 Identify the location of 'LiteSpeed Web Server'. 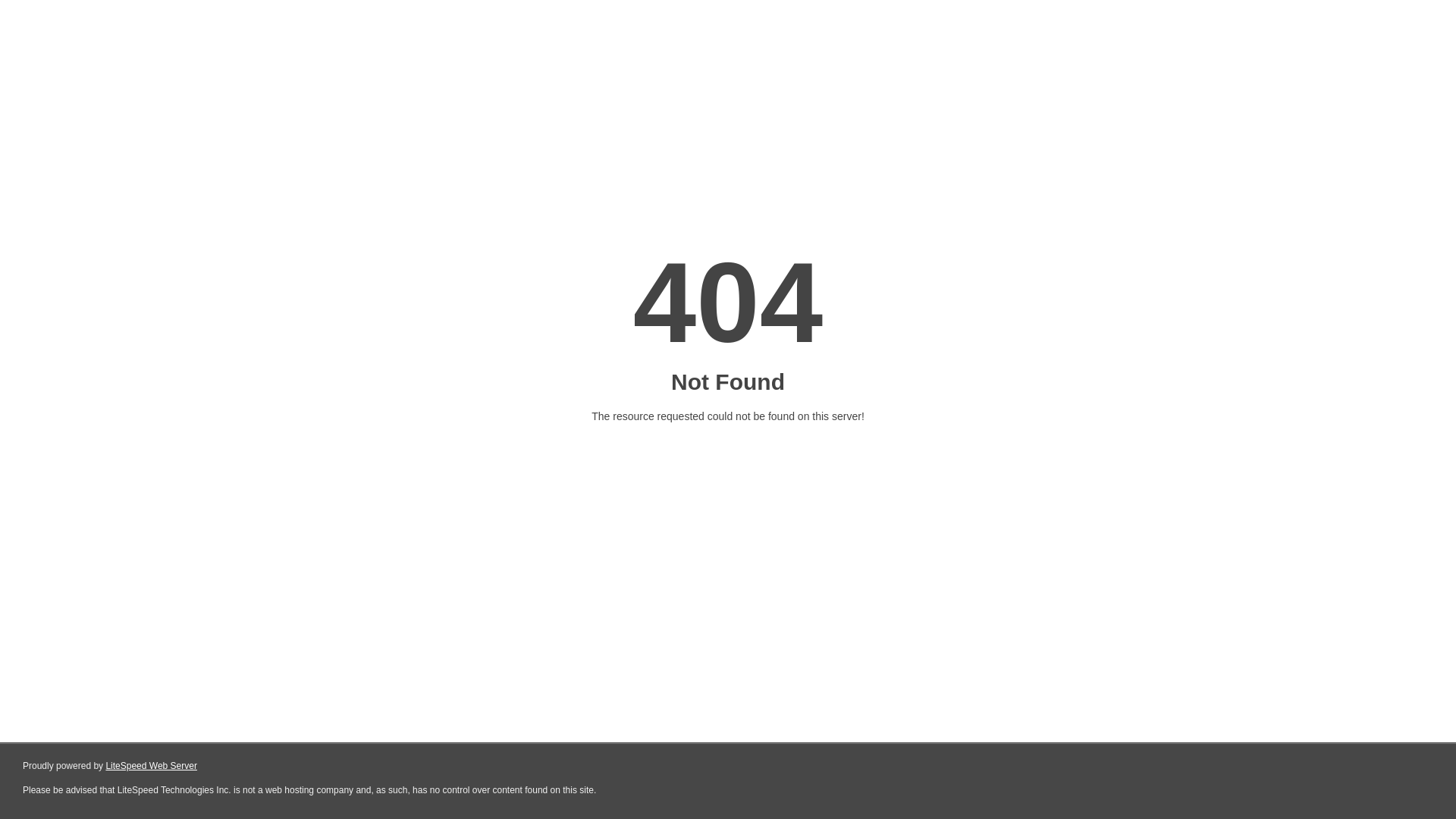
(151, 766).